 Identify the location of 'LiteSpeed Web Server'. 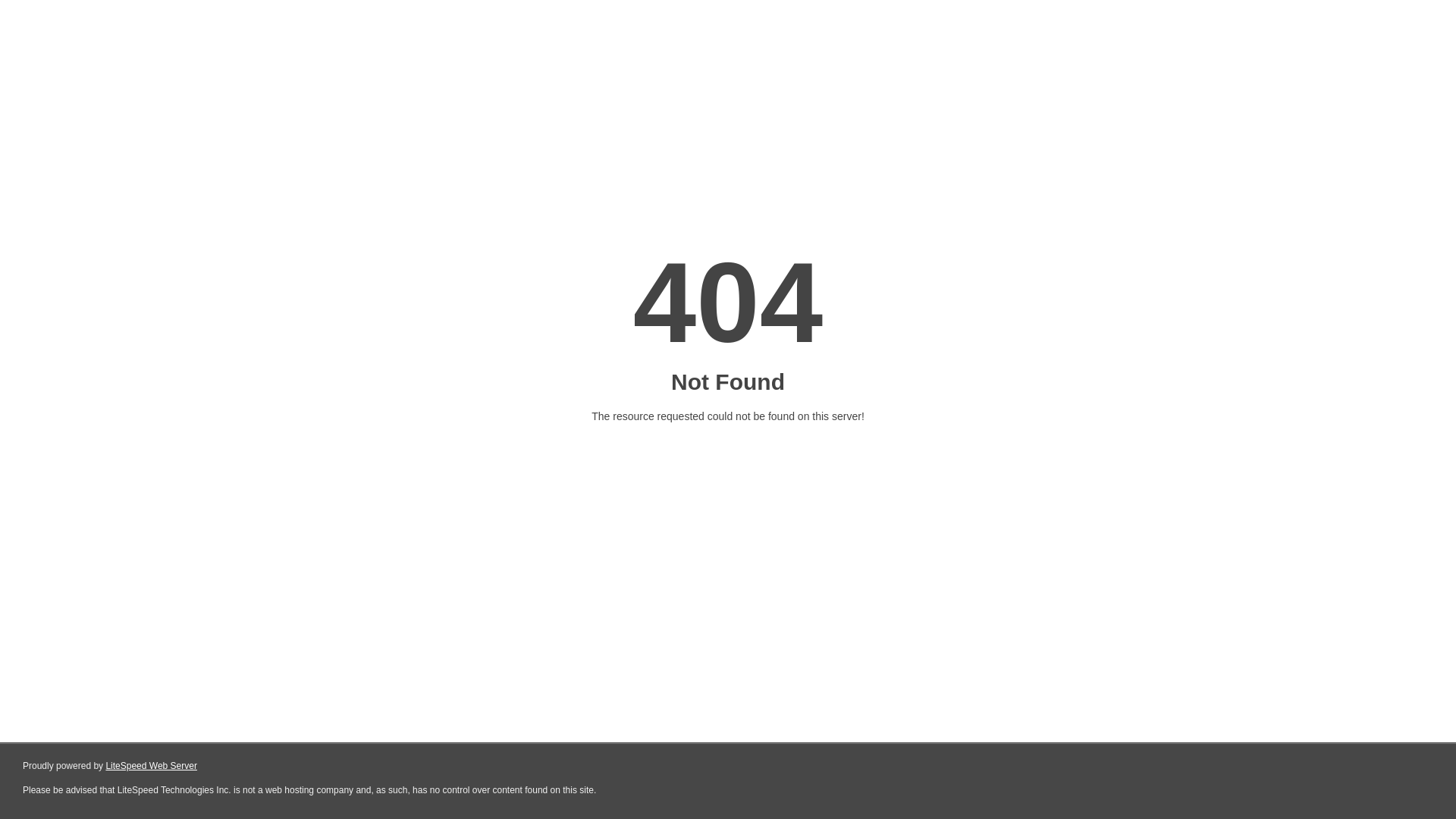
(151, 766).